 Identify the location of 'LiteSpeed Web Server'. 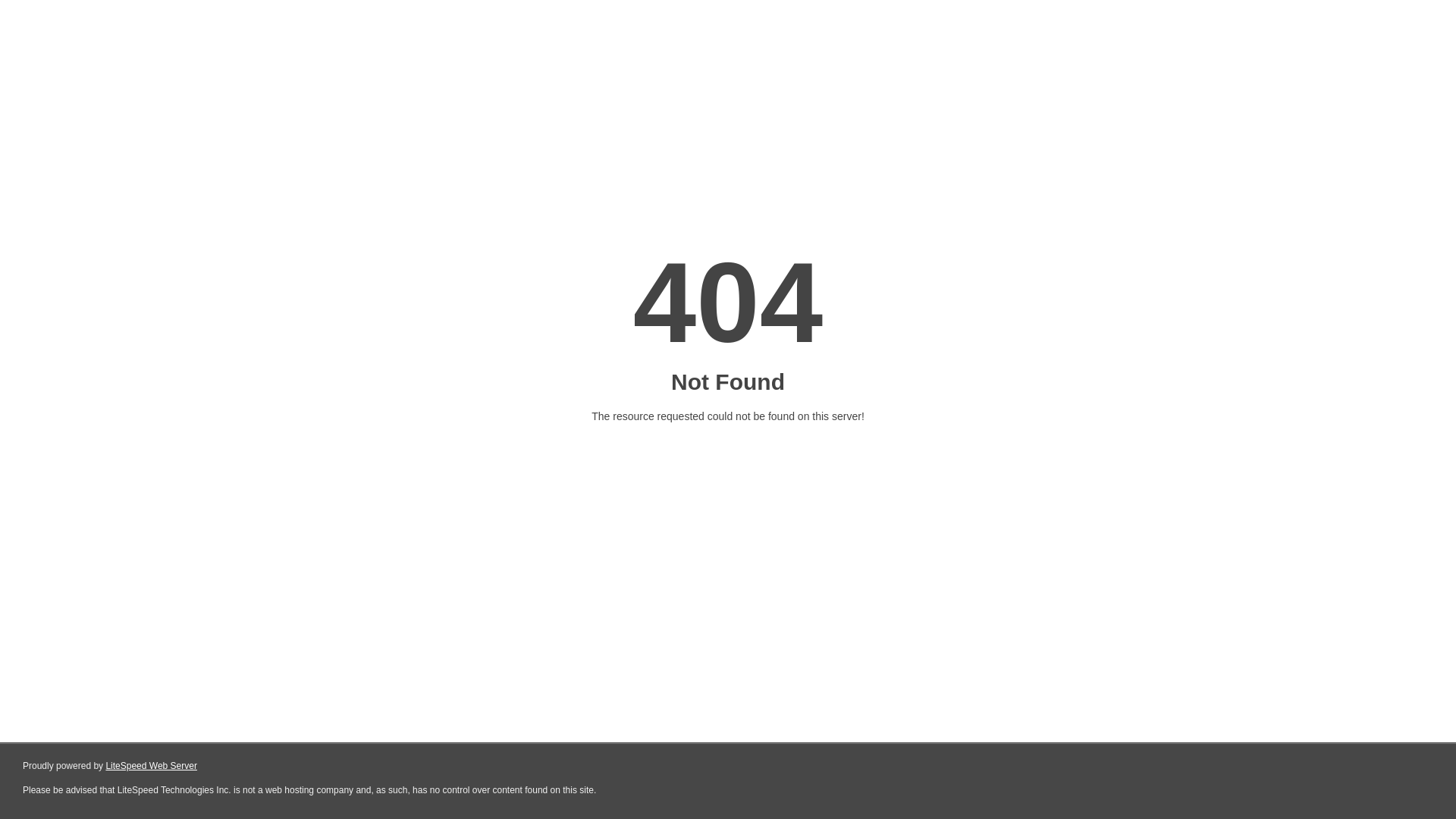
(151, 766).